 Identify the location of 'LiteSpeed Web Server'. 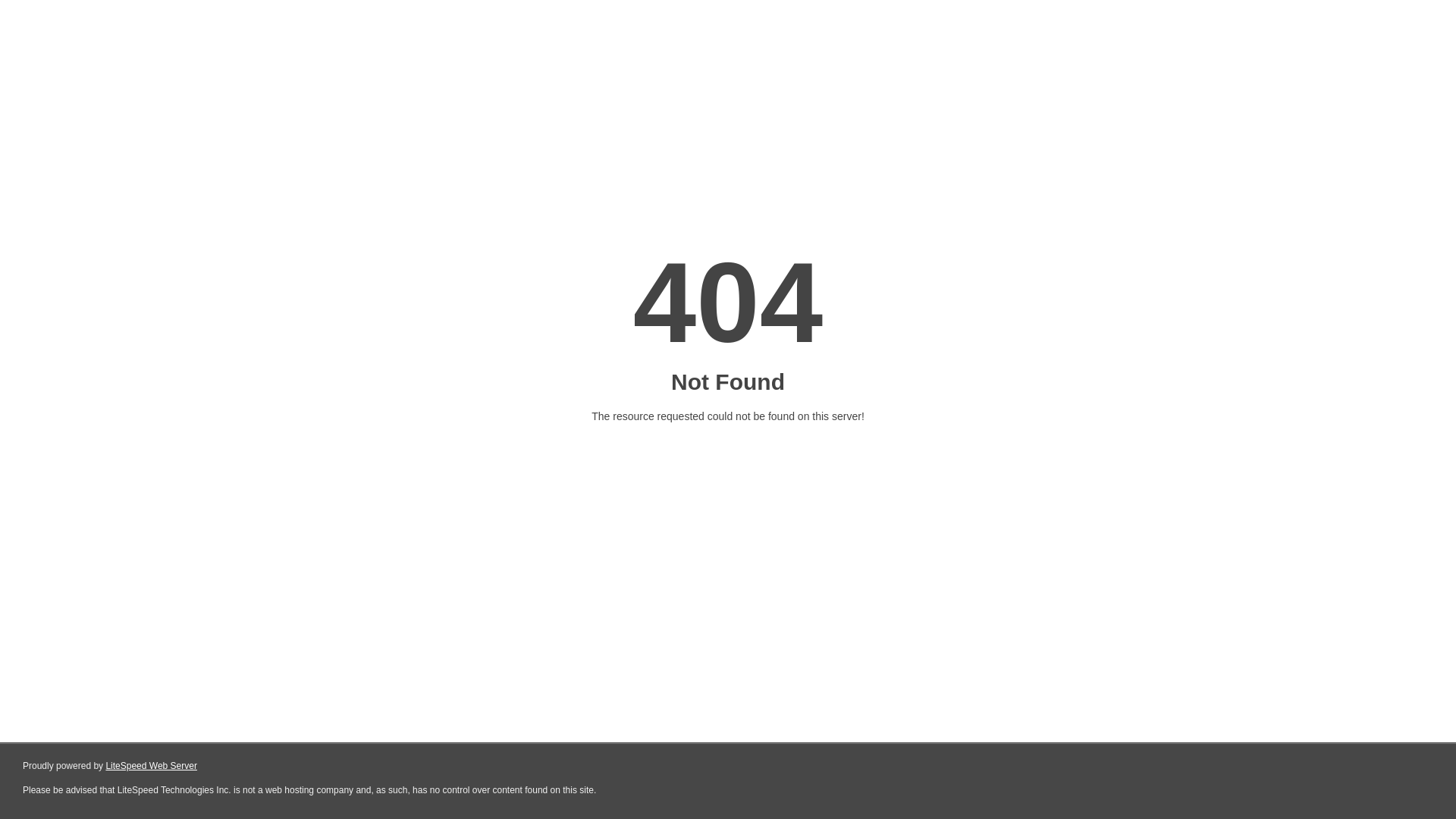
(151, 766).